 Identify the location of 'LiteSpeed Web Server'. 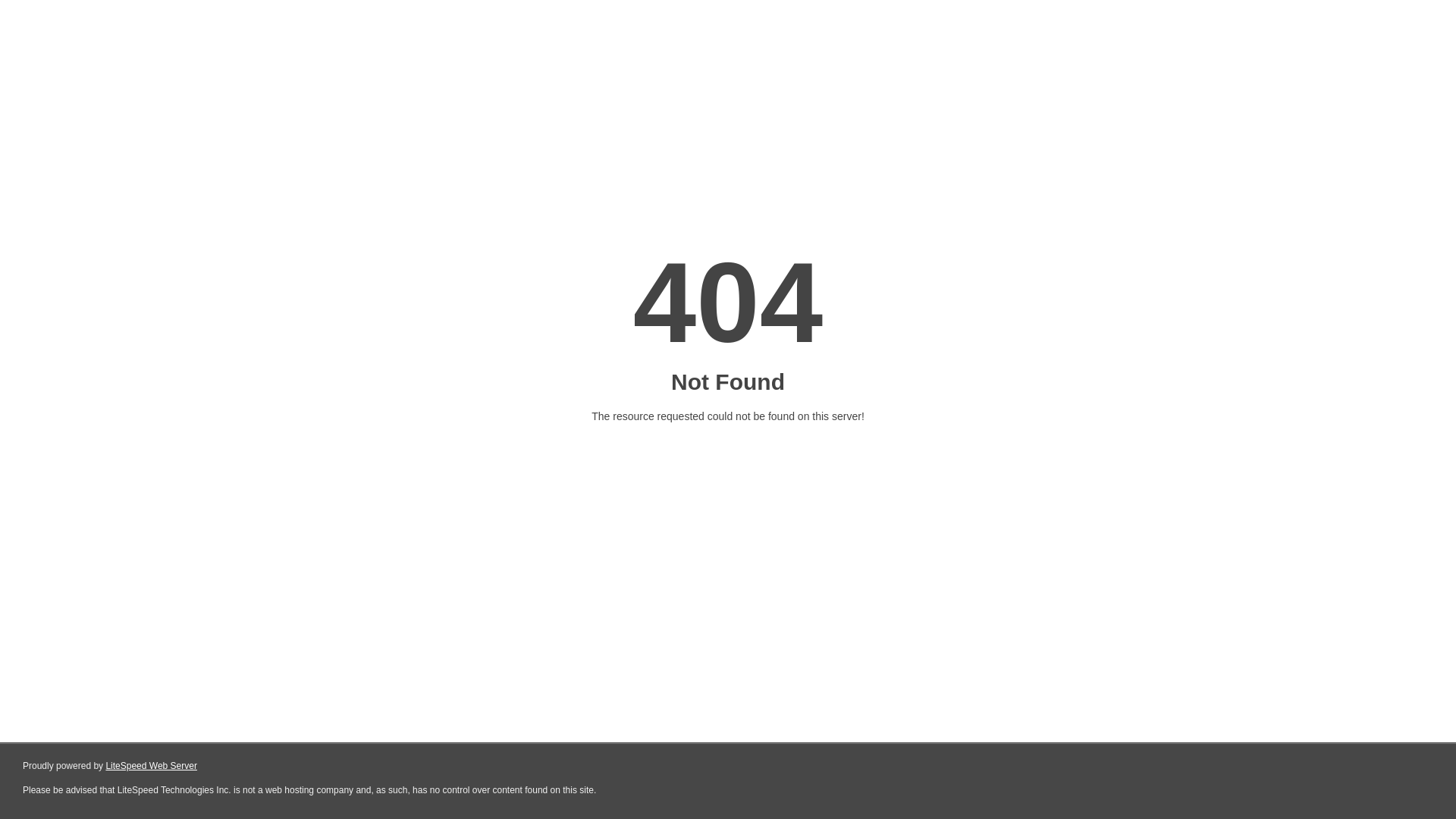
(151, 766).